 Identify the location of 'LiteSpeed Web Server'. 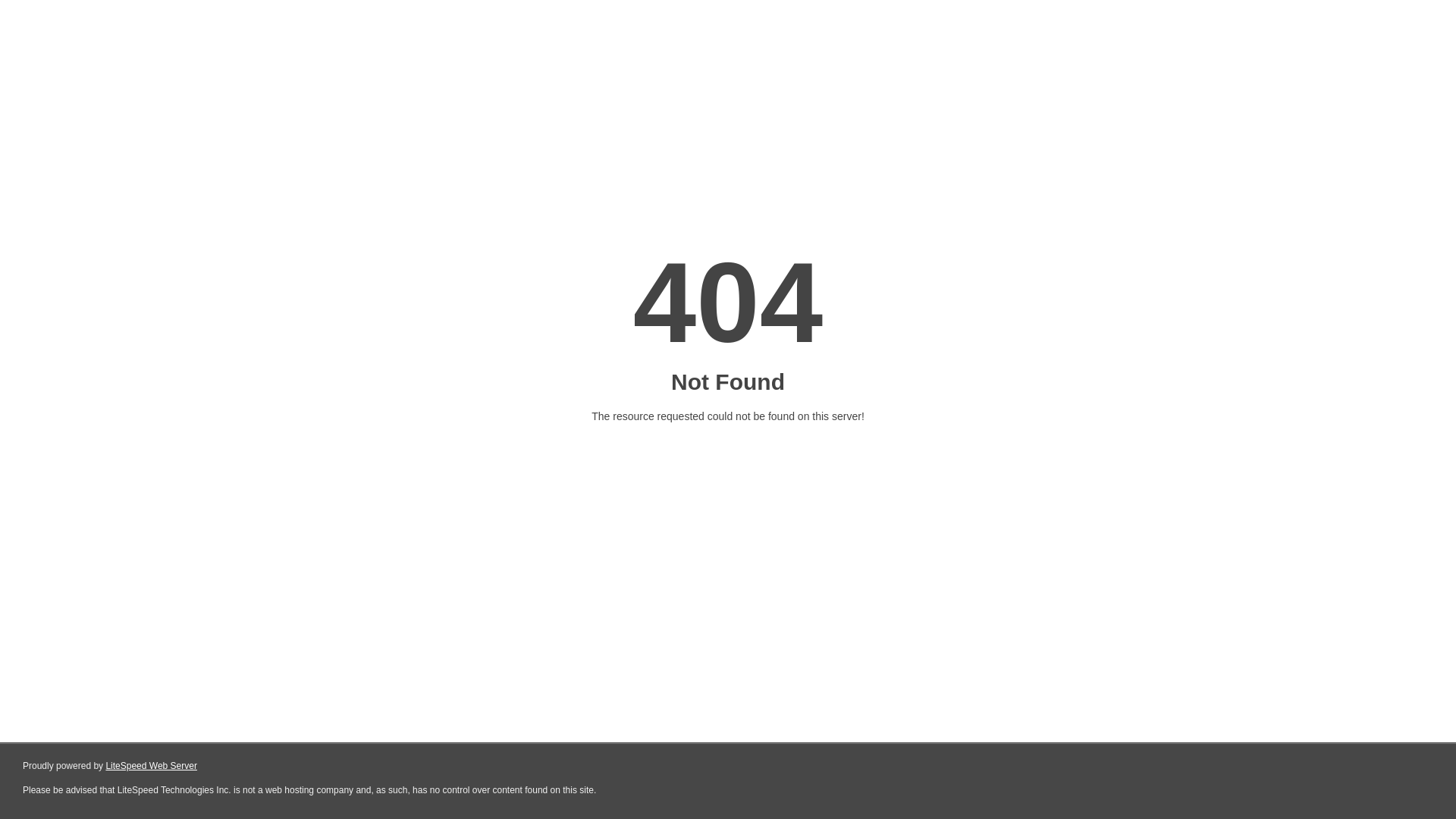
(151, 766).